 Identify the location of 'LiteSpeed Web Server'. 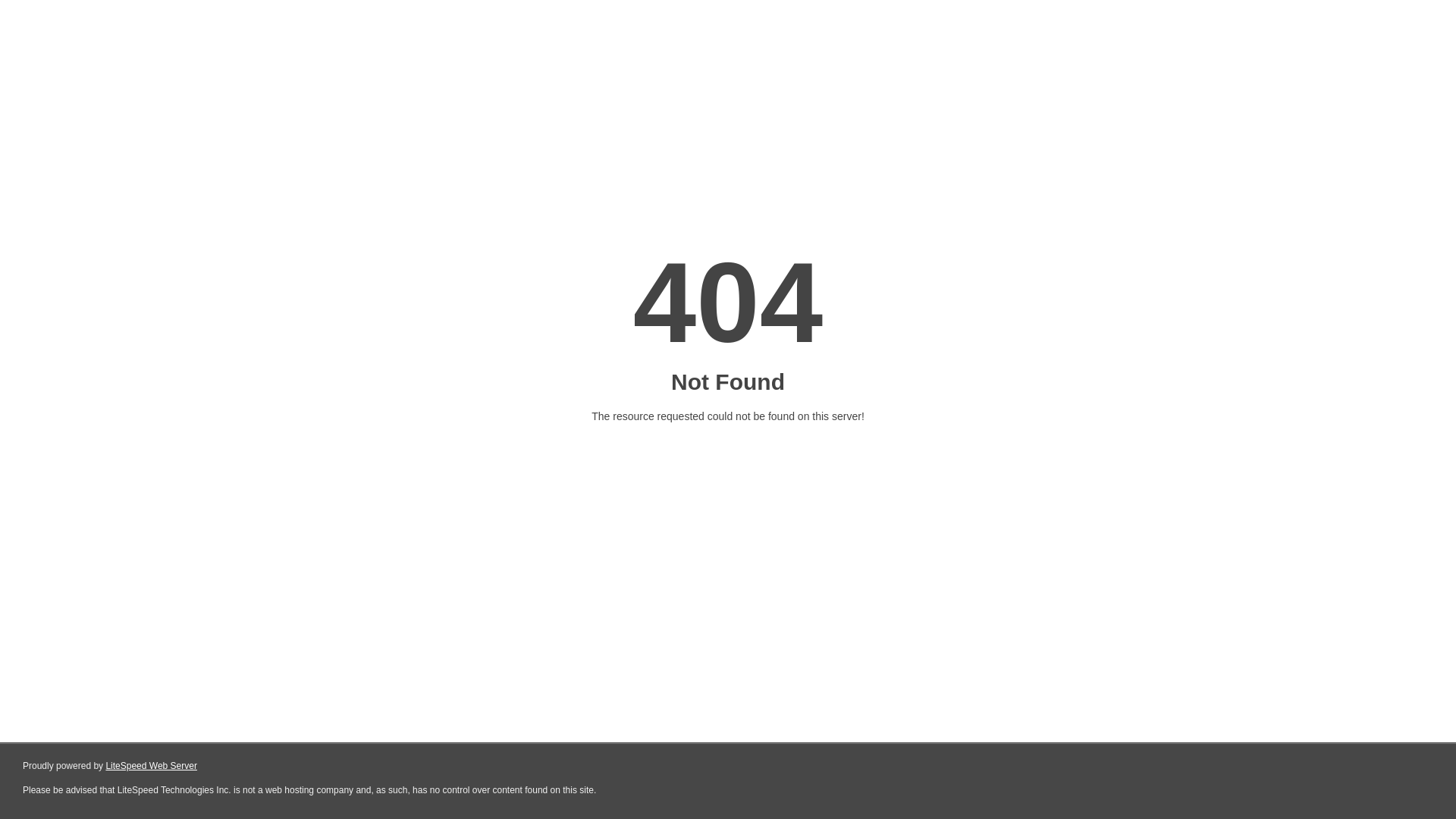
(151, 766).